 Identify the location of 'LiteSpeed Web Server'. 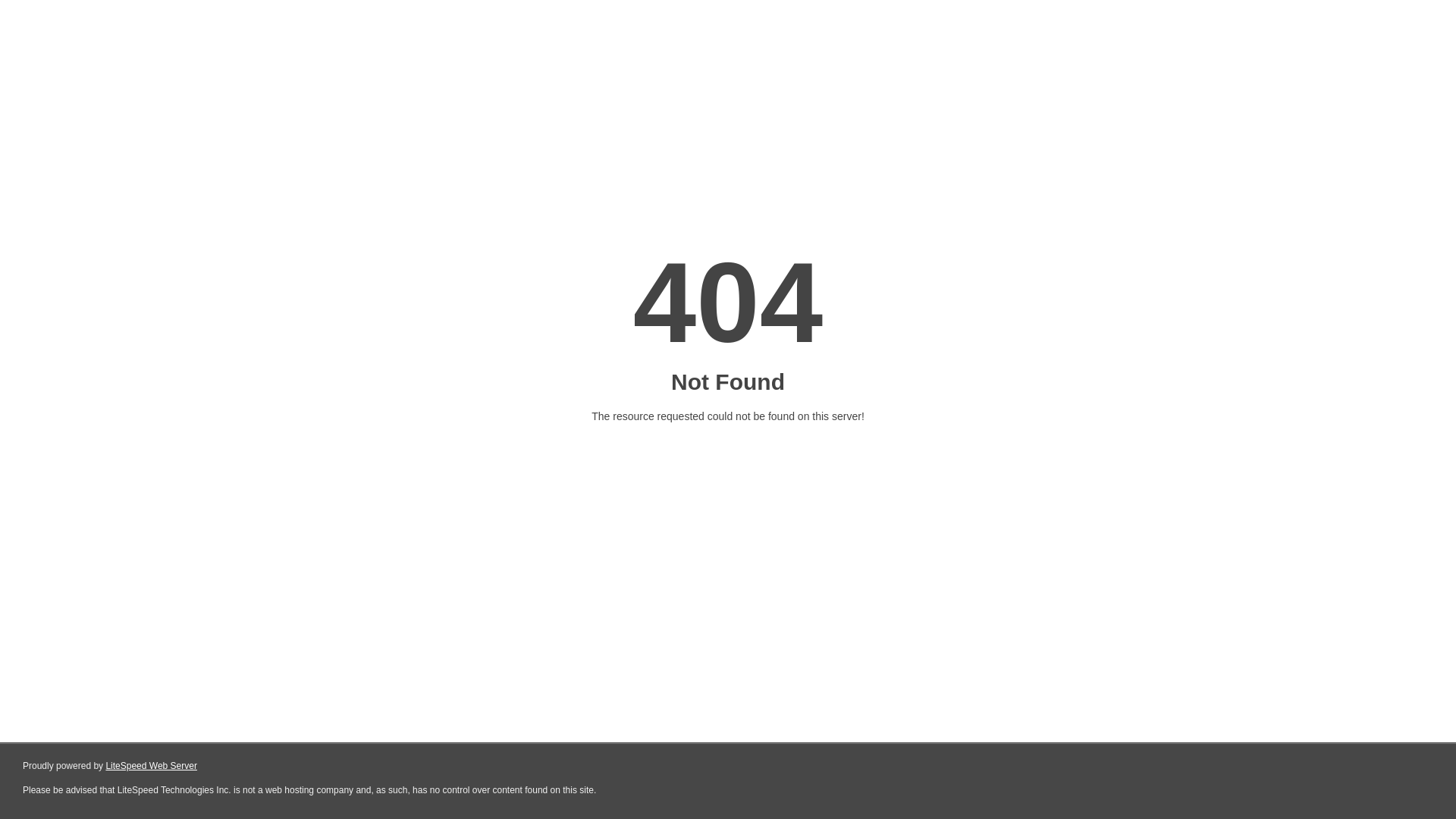
(151, 766).